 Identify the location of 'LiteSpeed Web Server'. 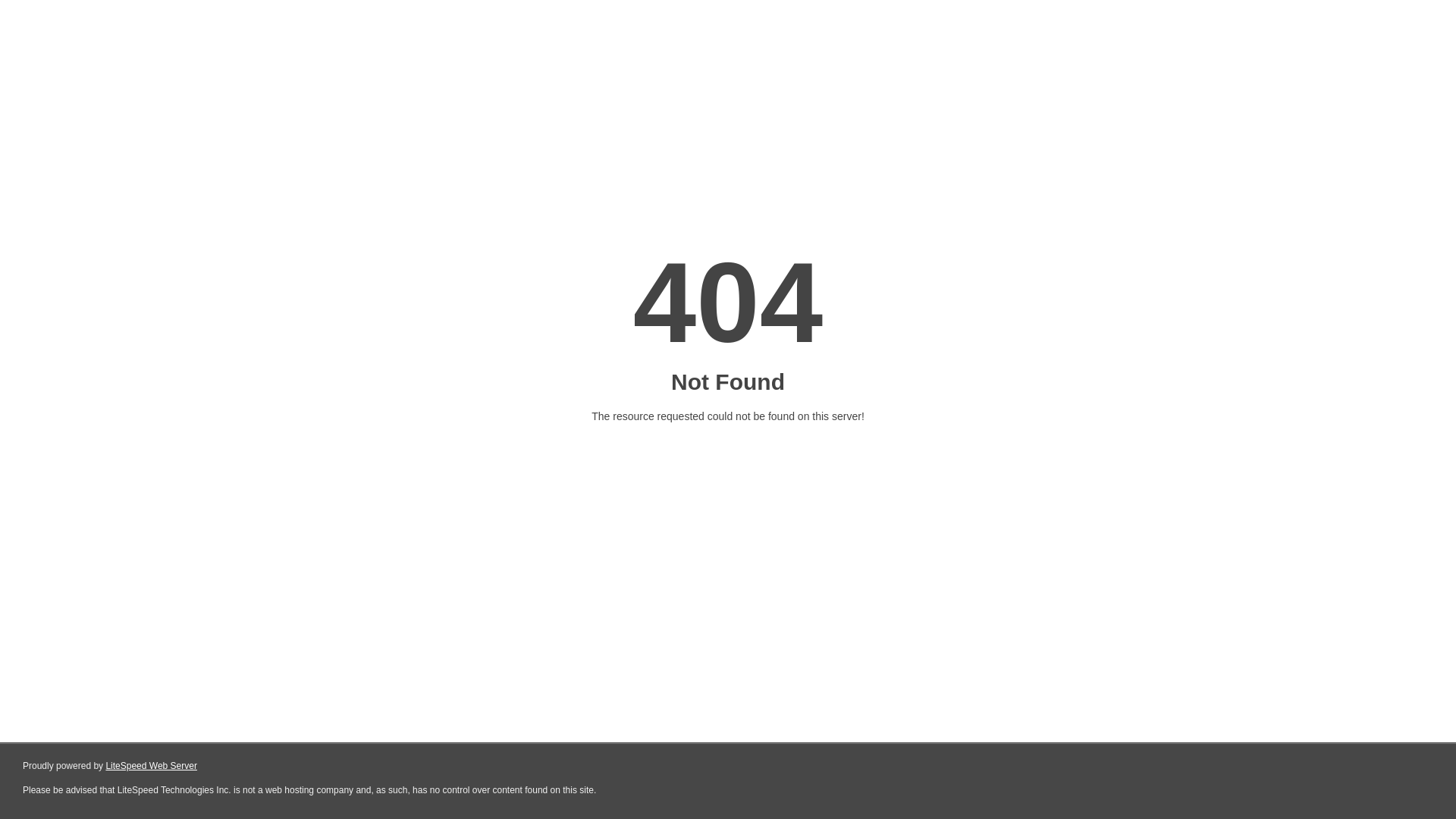
(151, 766).